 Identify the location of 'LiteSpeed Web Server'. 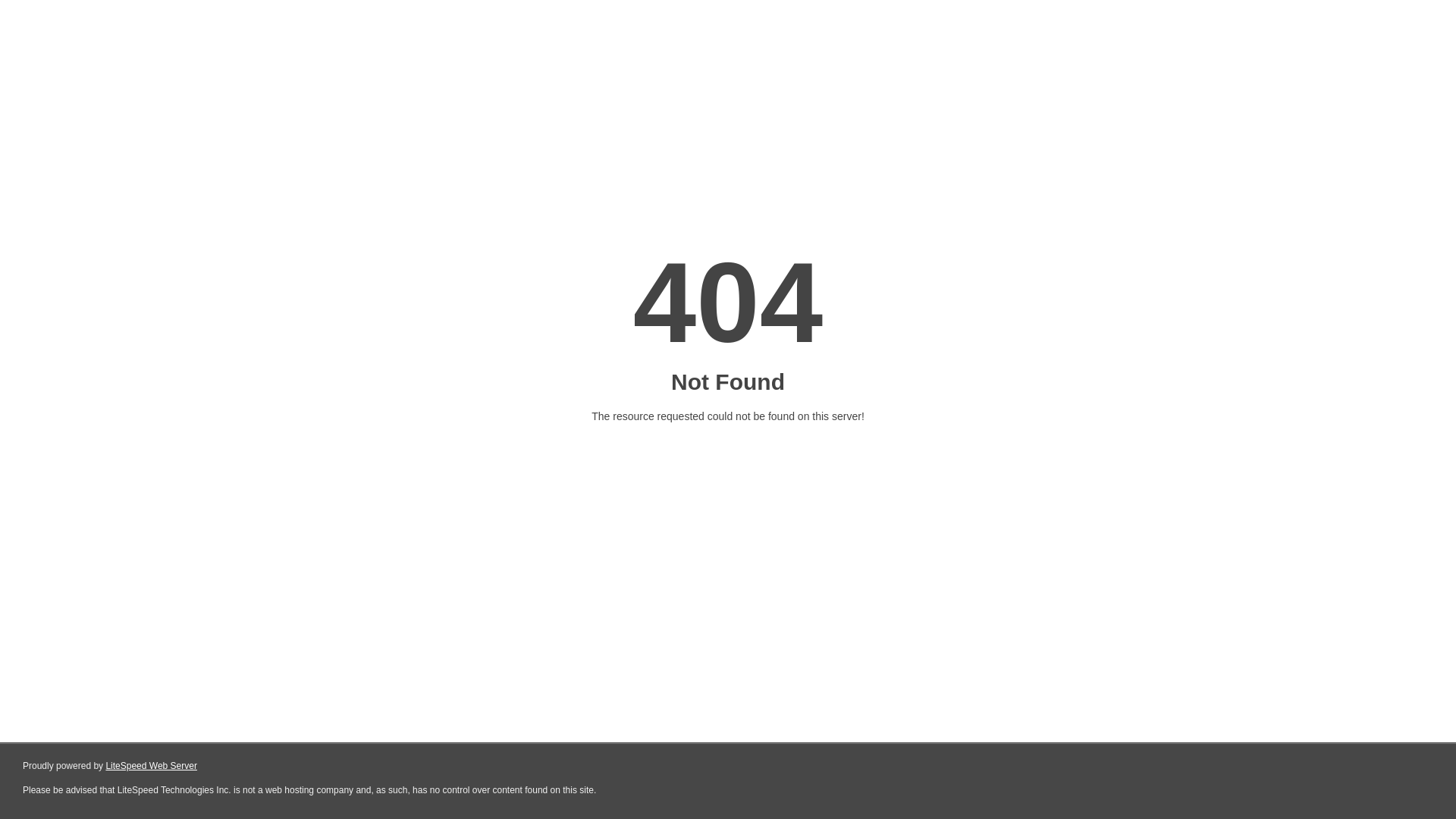
(151, 766).